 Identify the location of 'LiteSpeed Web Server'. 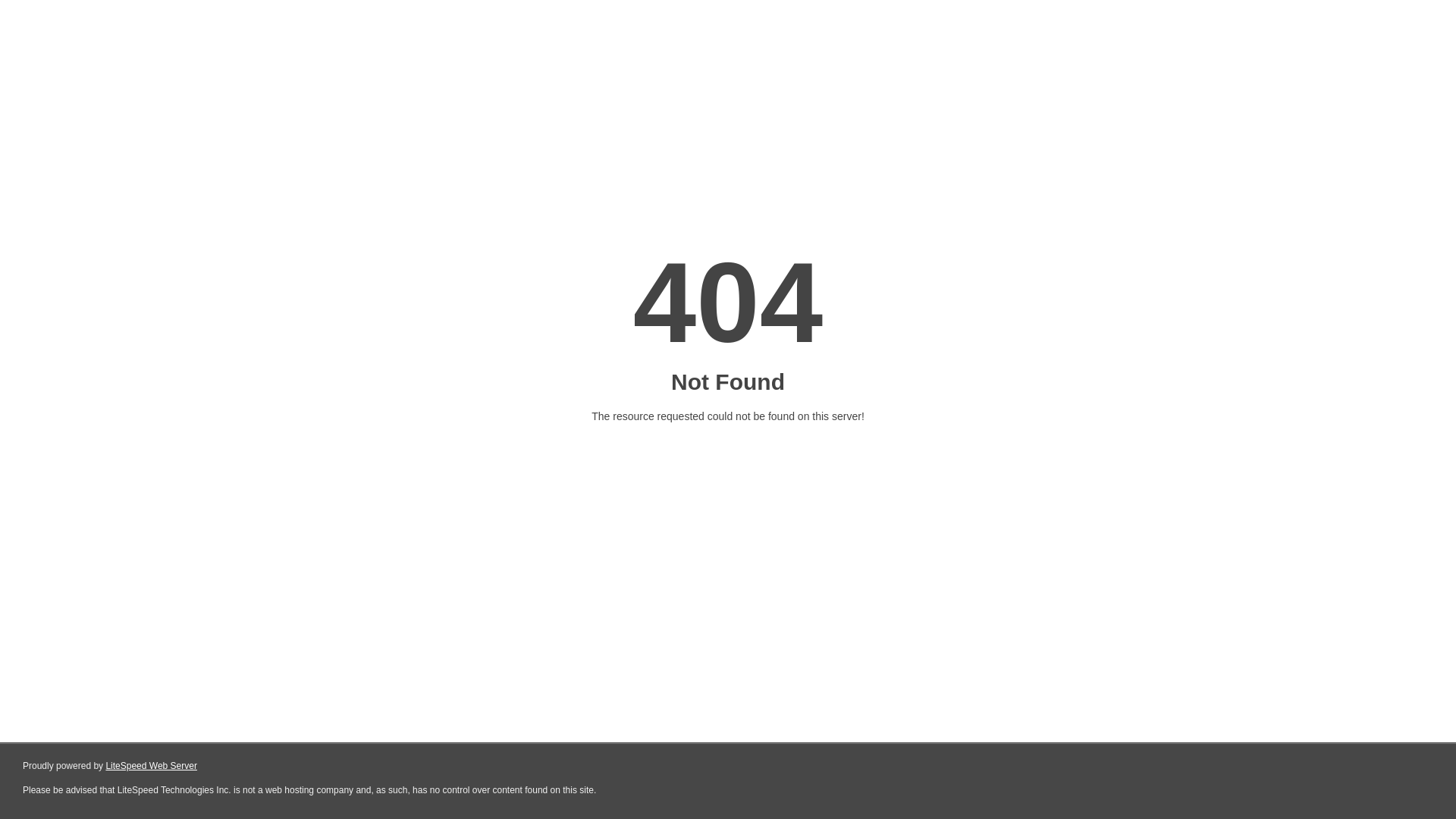
(151, 766).